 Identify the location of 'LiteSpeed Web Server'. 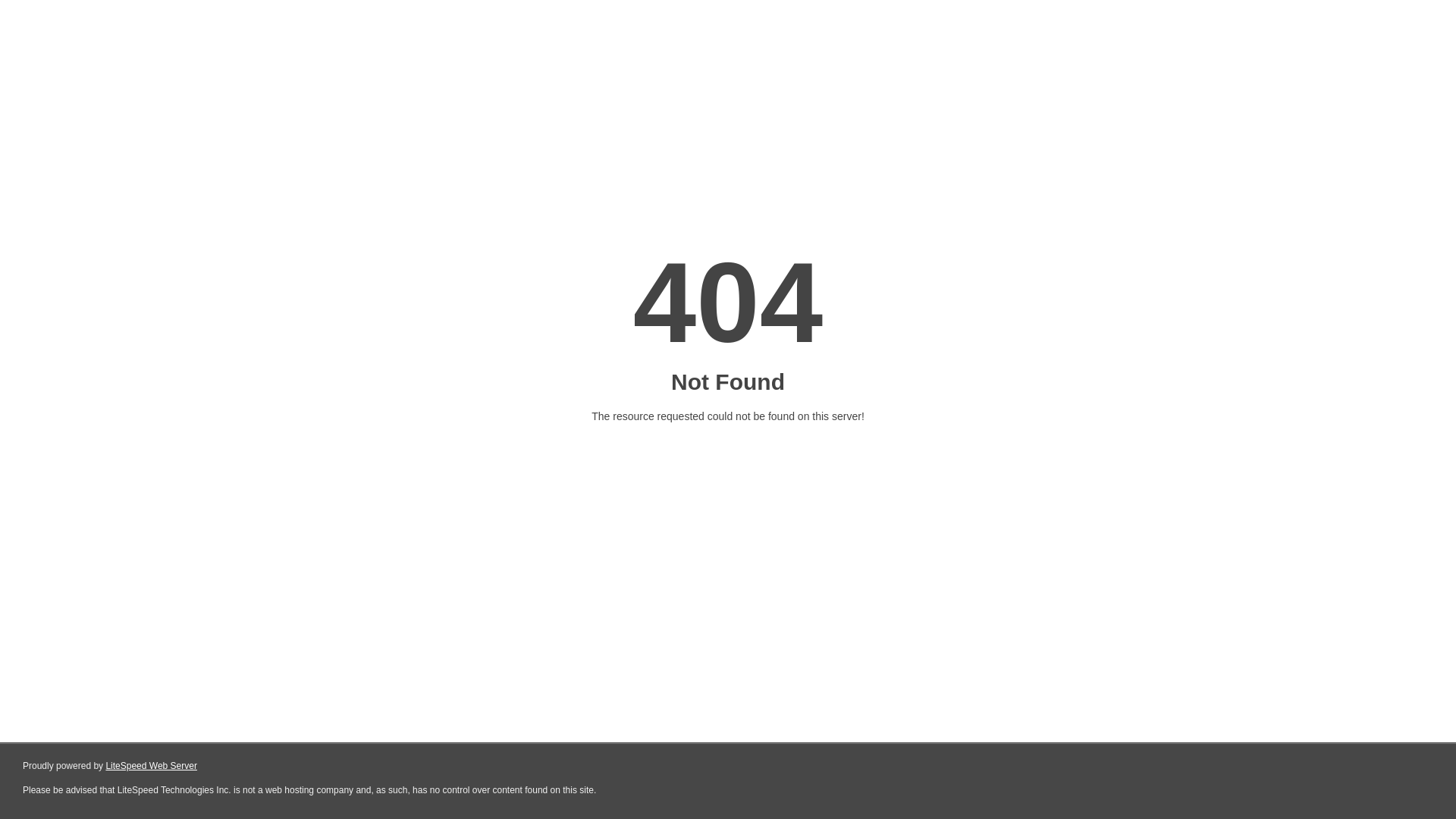
(151, 766).